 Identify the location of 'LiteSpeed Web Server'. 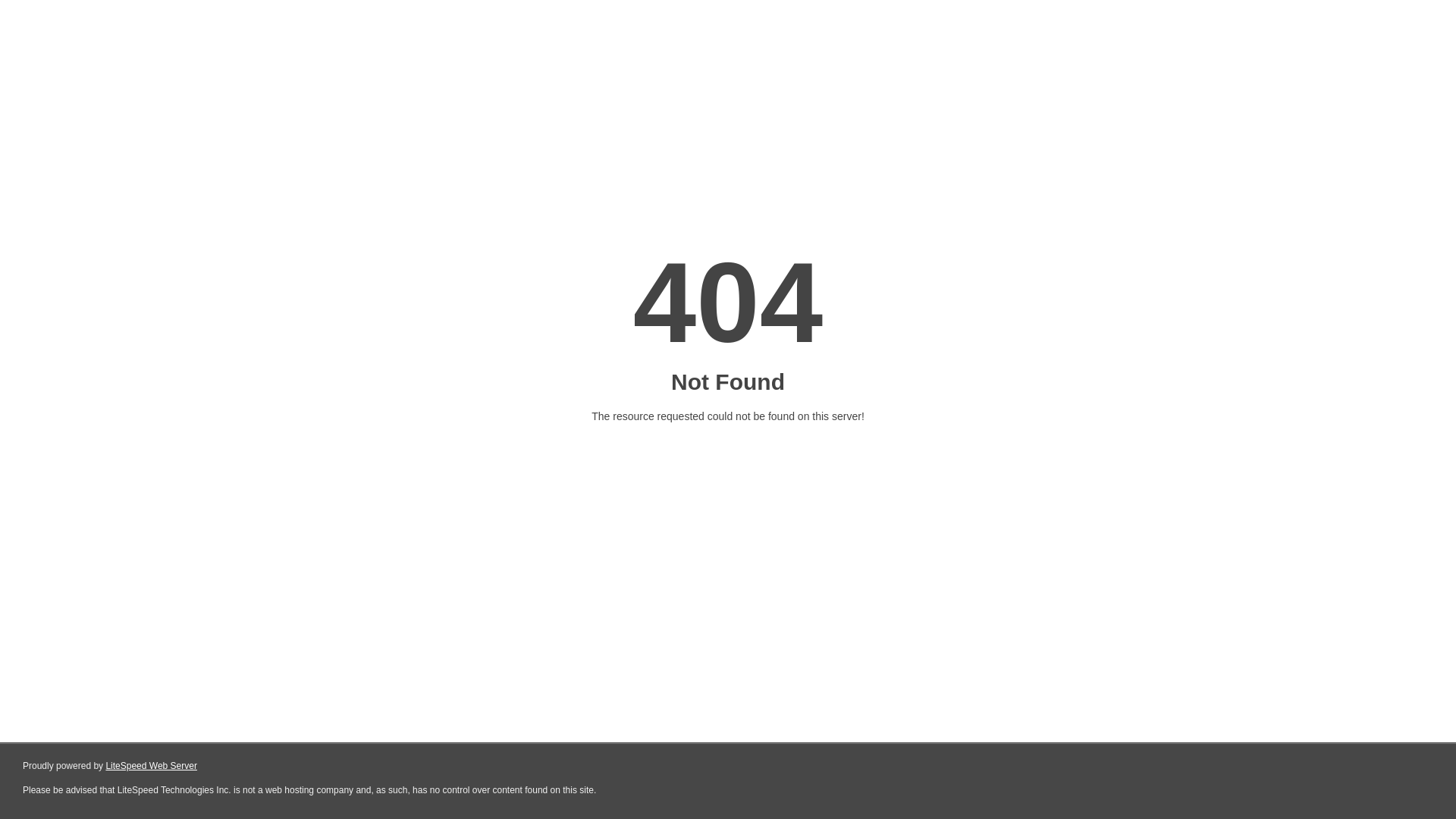
(151, 766).